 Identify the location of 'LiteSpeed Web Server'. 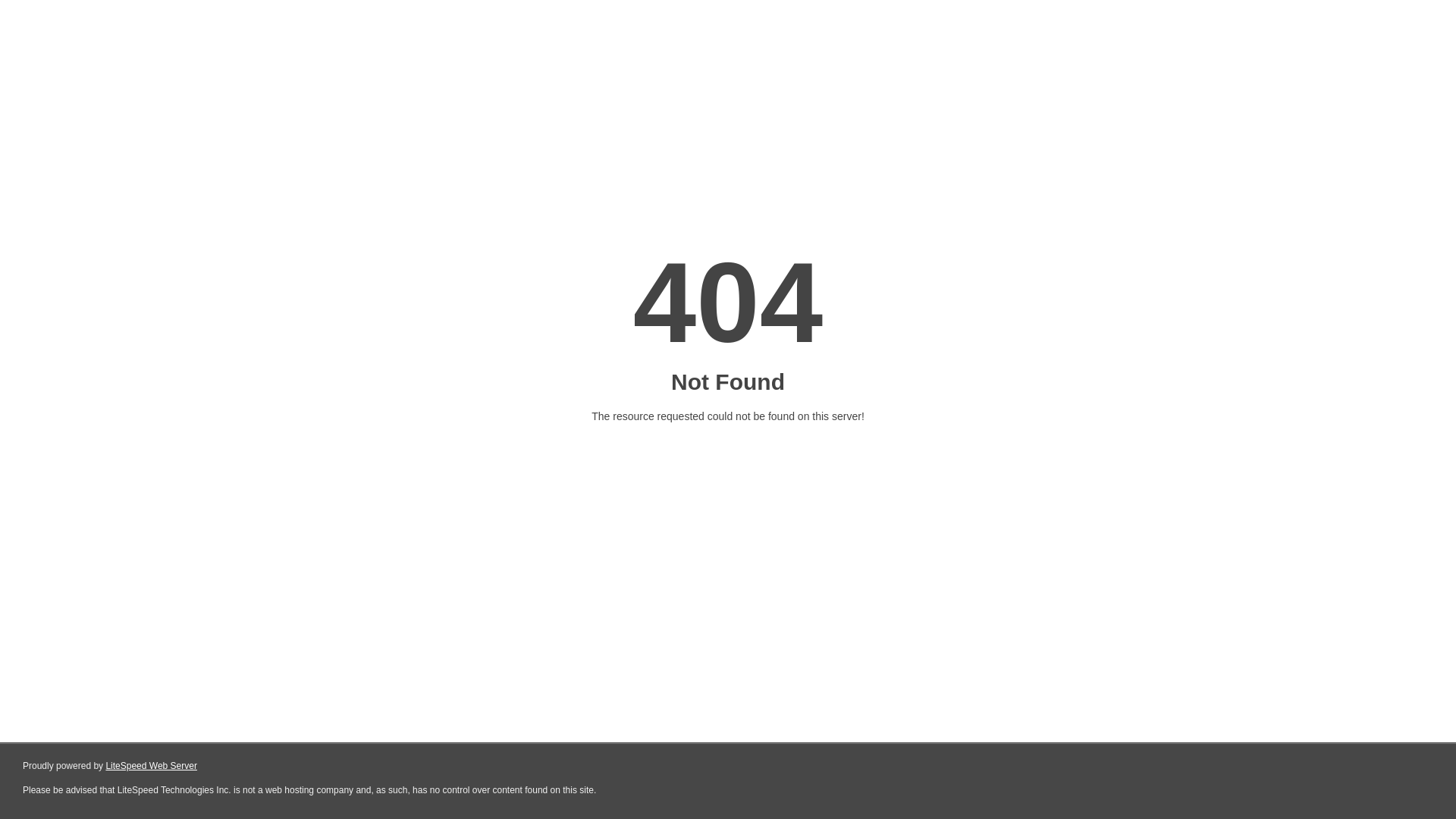
(151, 766).